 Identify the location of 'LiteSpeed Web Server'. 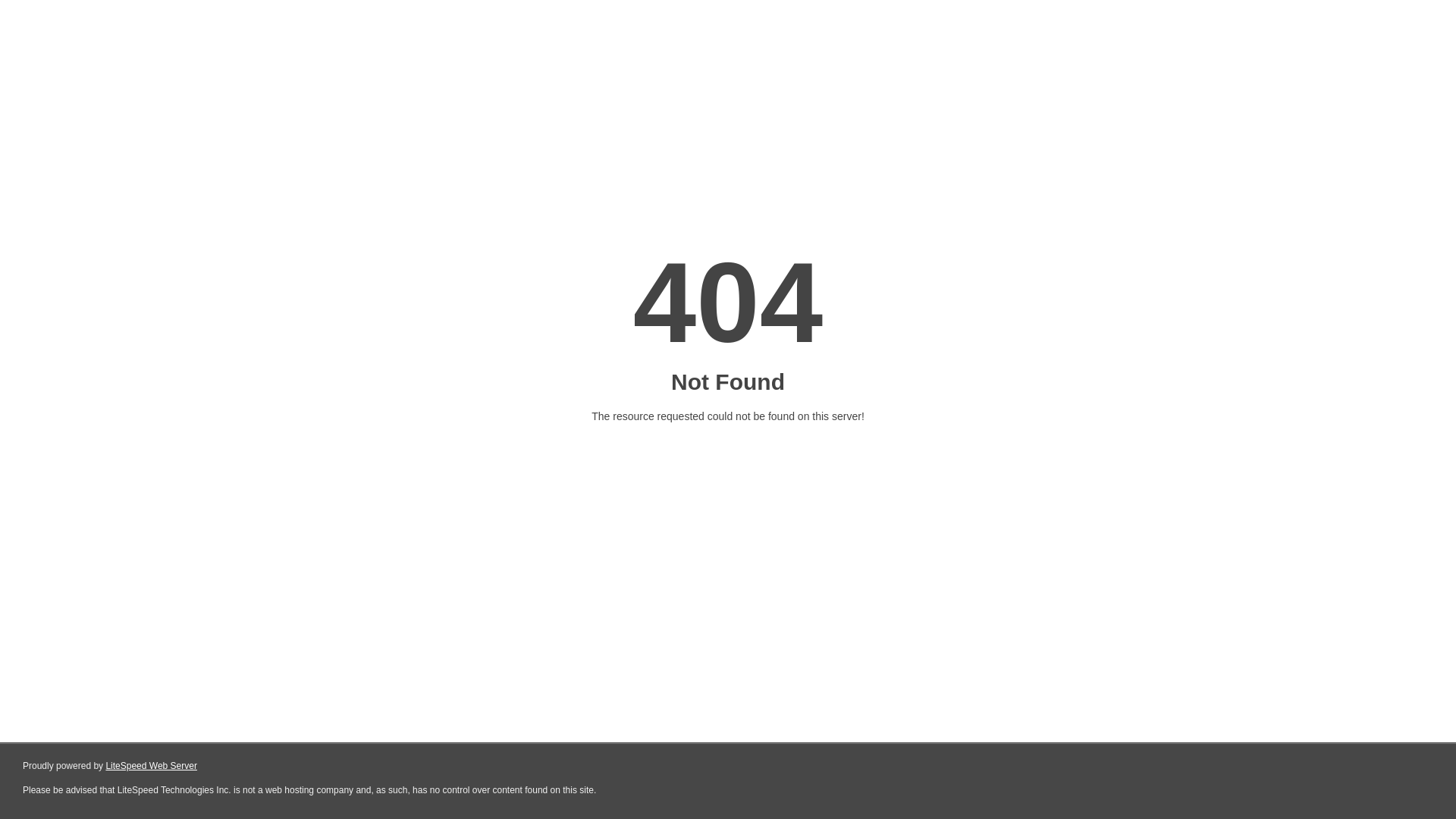
(151, 766).